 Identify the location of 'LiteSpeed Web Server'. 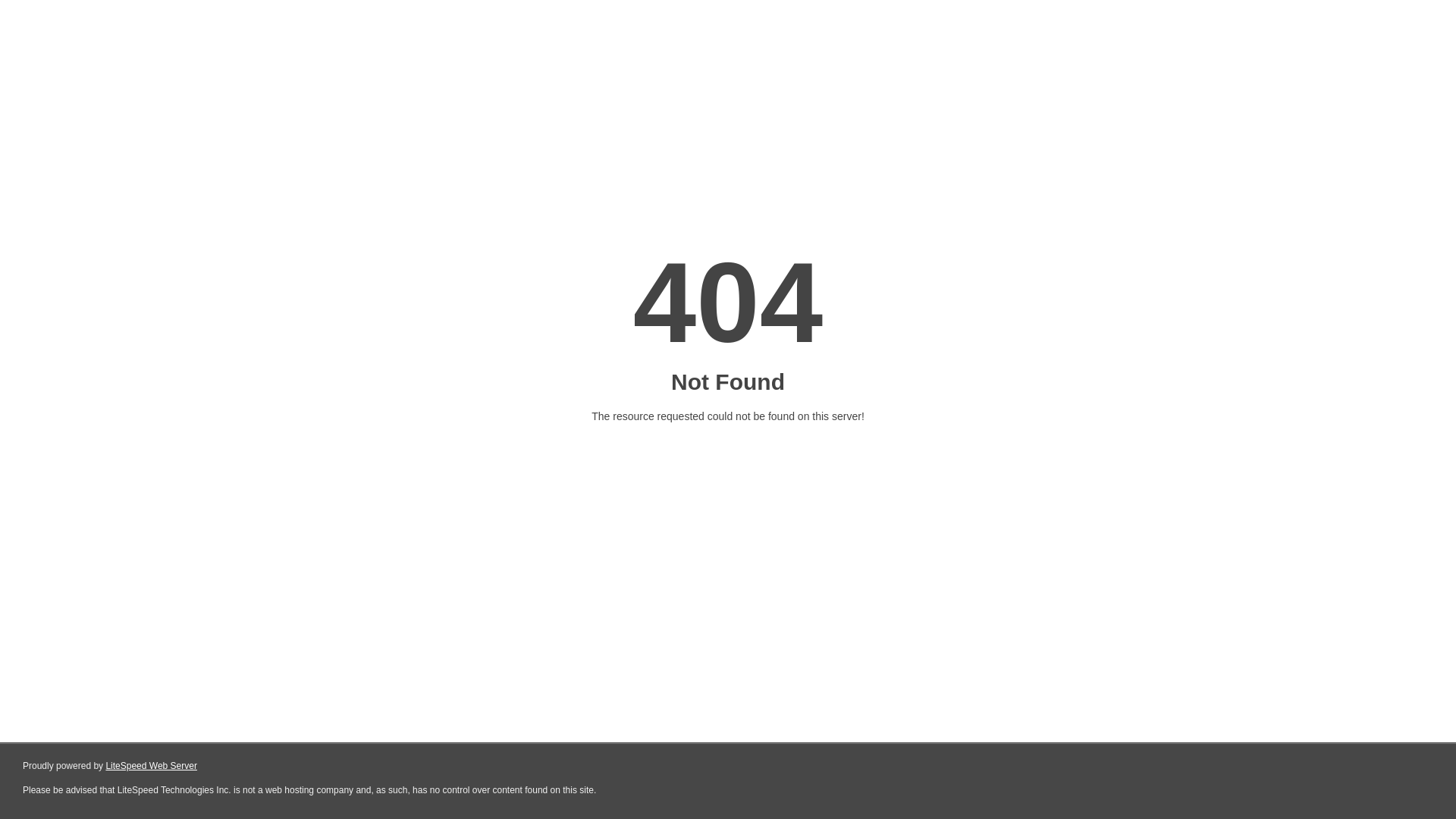
(151, 766).